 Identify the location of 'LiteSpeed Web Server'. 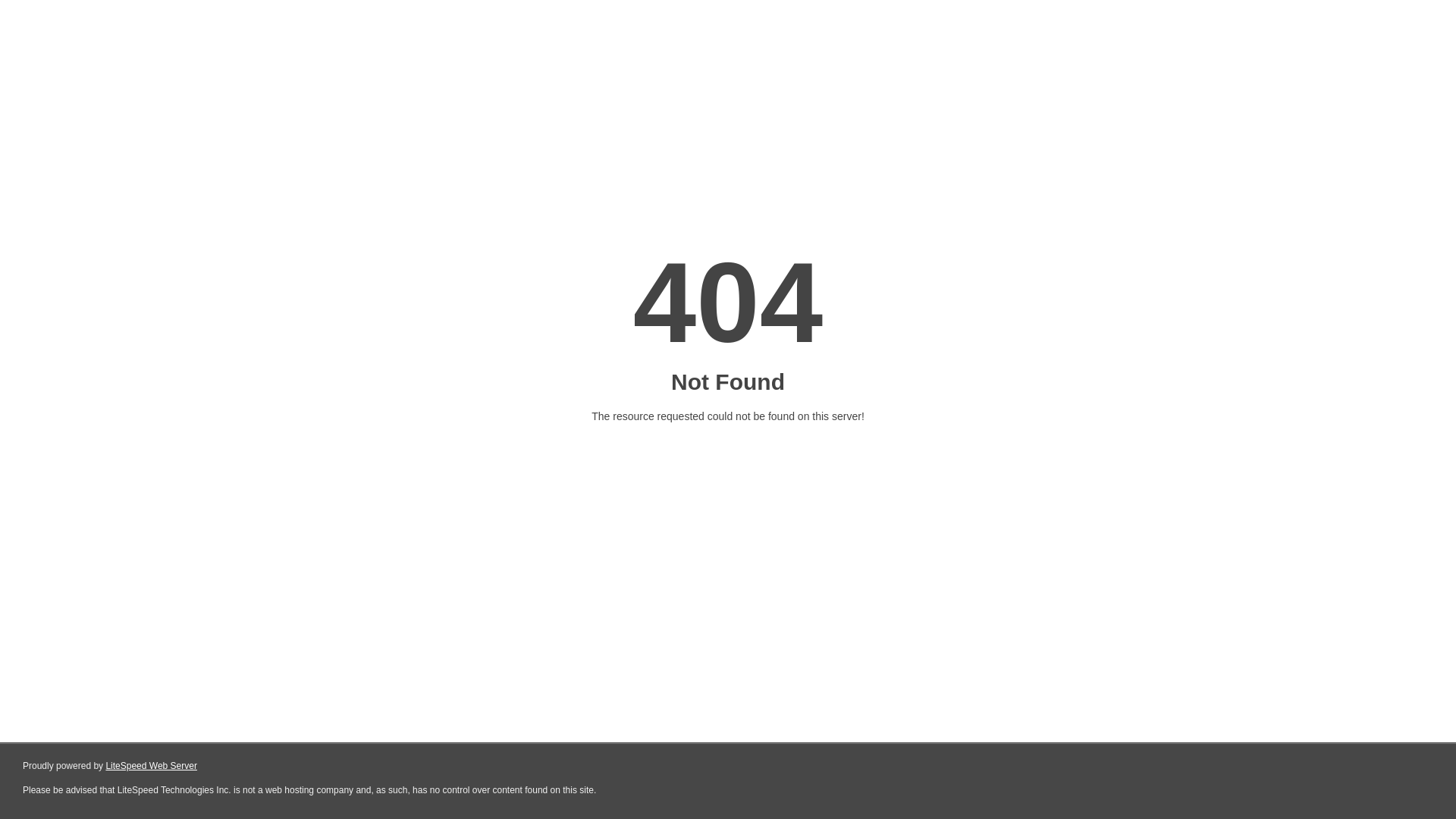
(151, 766).